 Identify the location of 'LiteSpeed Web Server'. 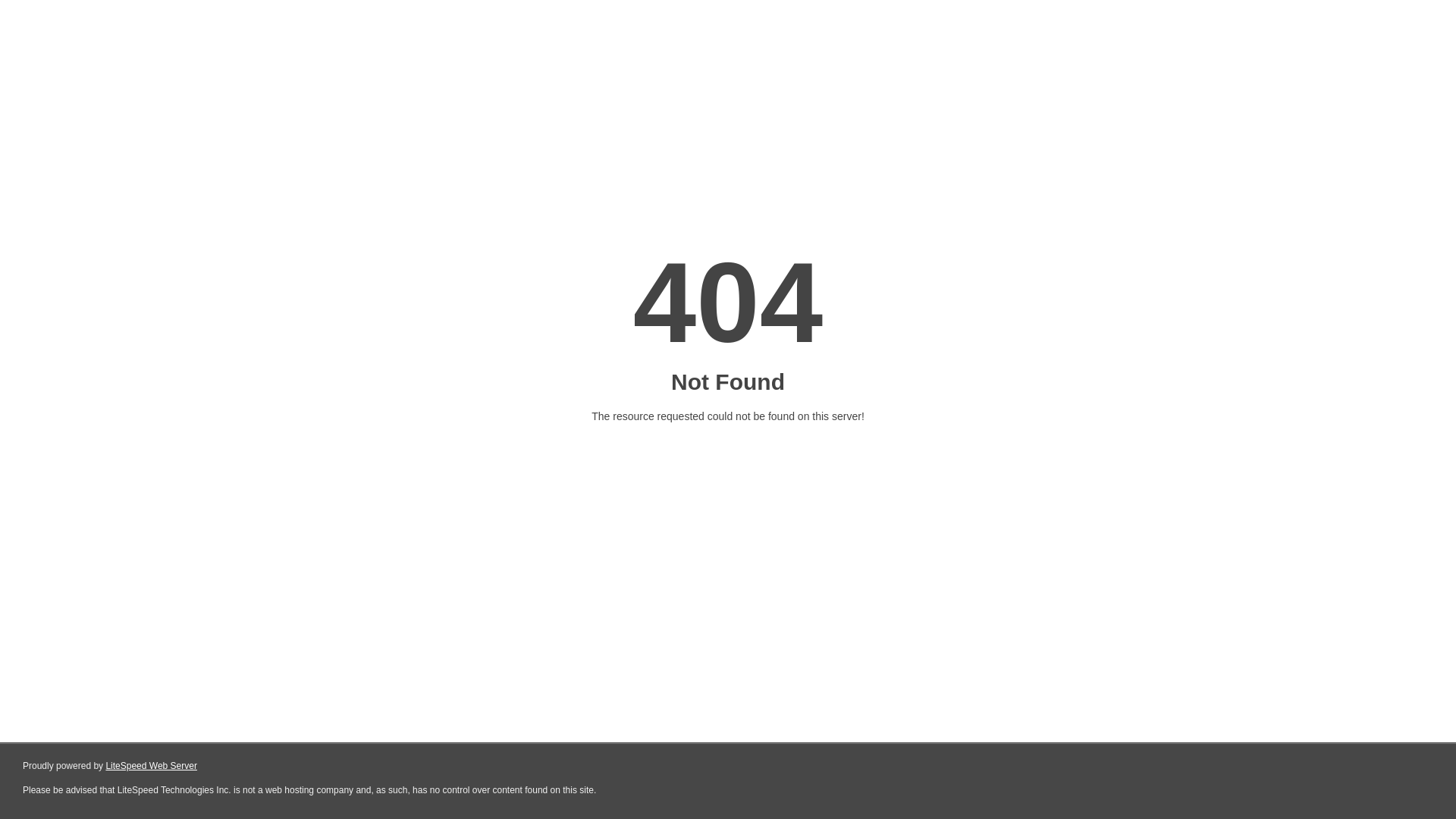
(151, 766).